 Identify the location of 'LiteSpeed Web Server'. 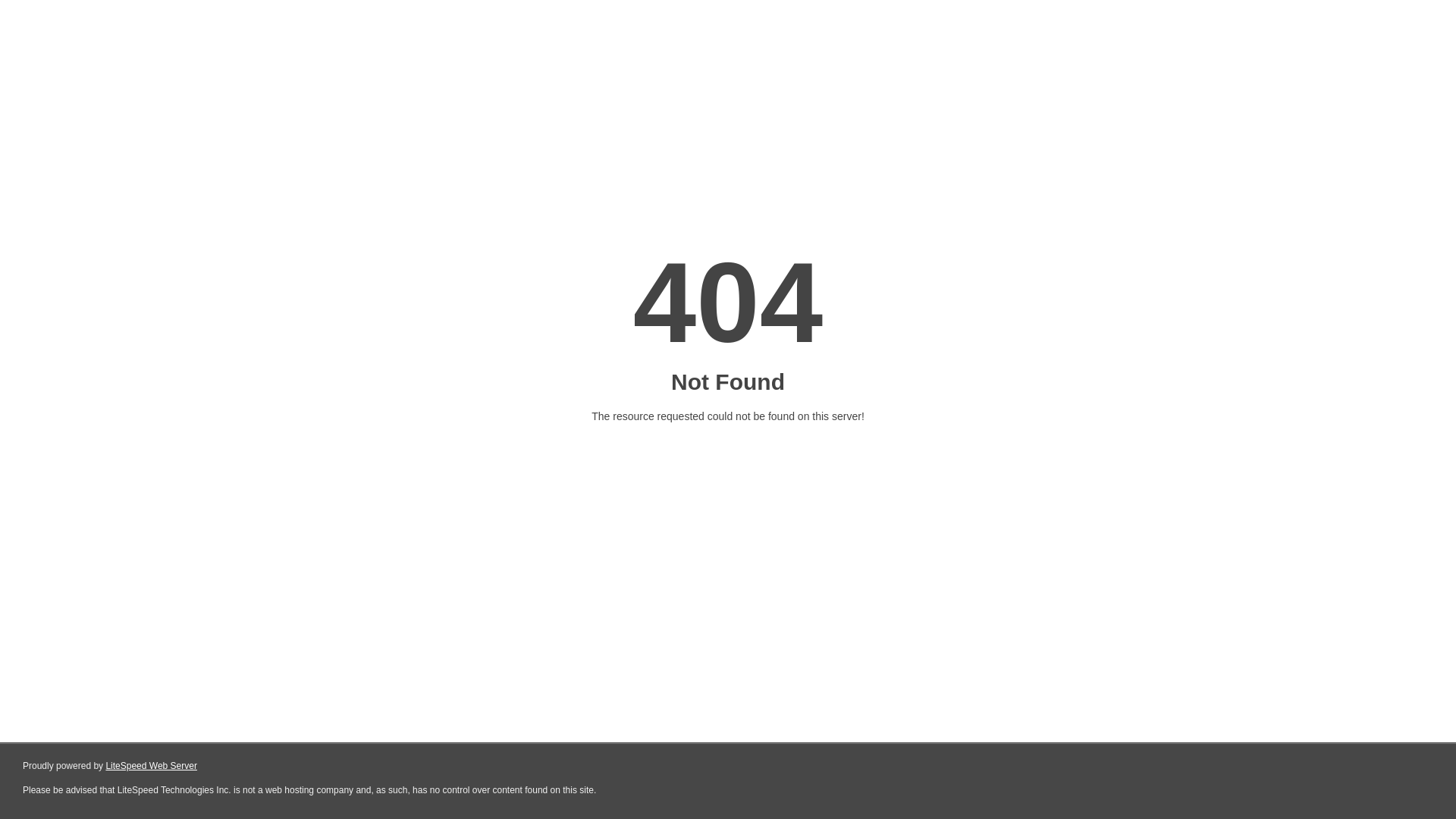
(151, 766).